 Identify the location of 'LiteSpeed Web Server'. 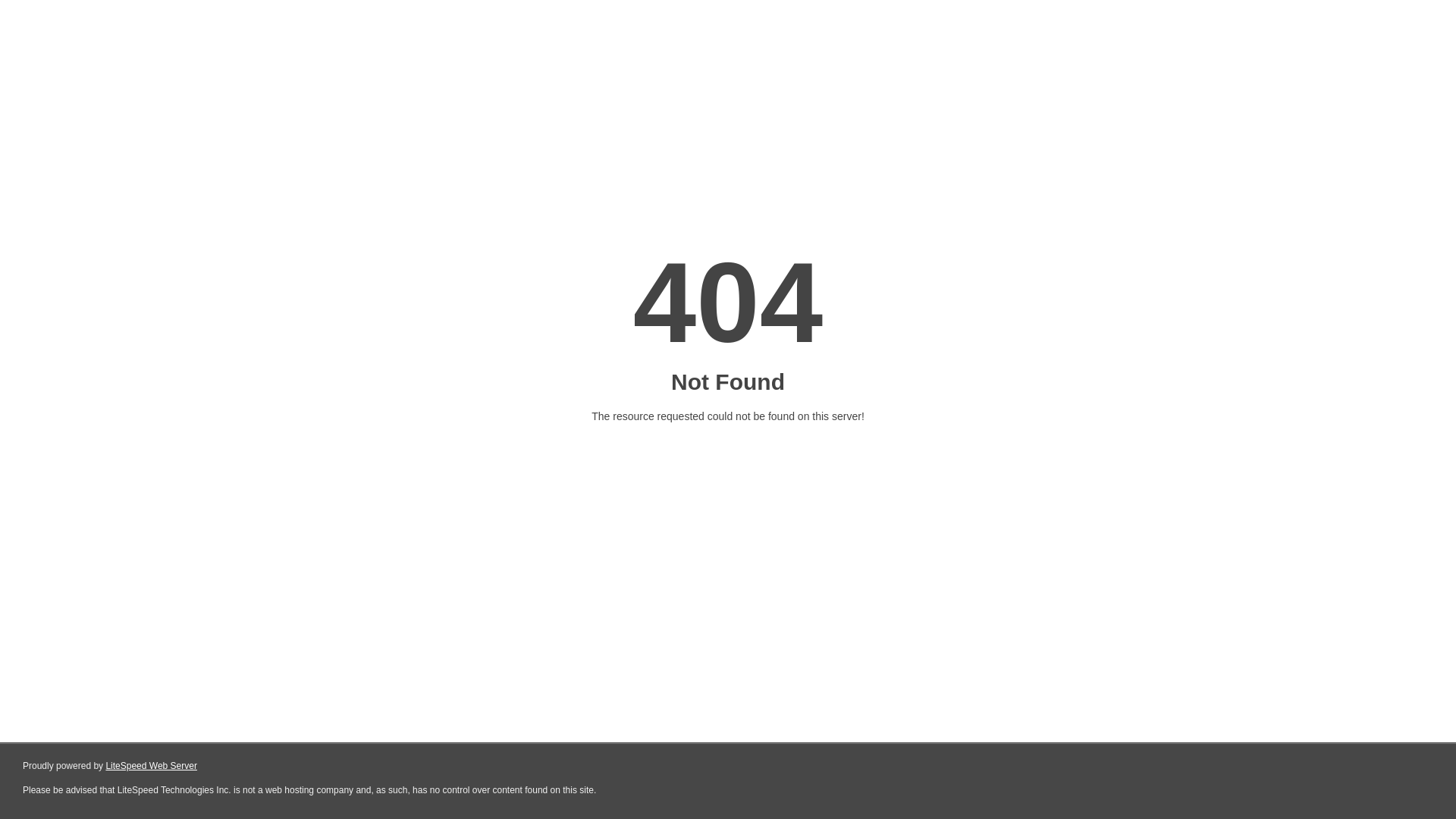
(151, 766).